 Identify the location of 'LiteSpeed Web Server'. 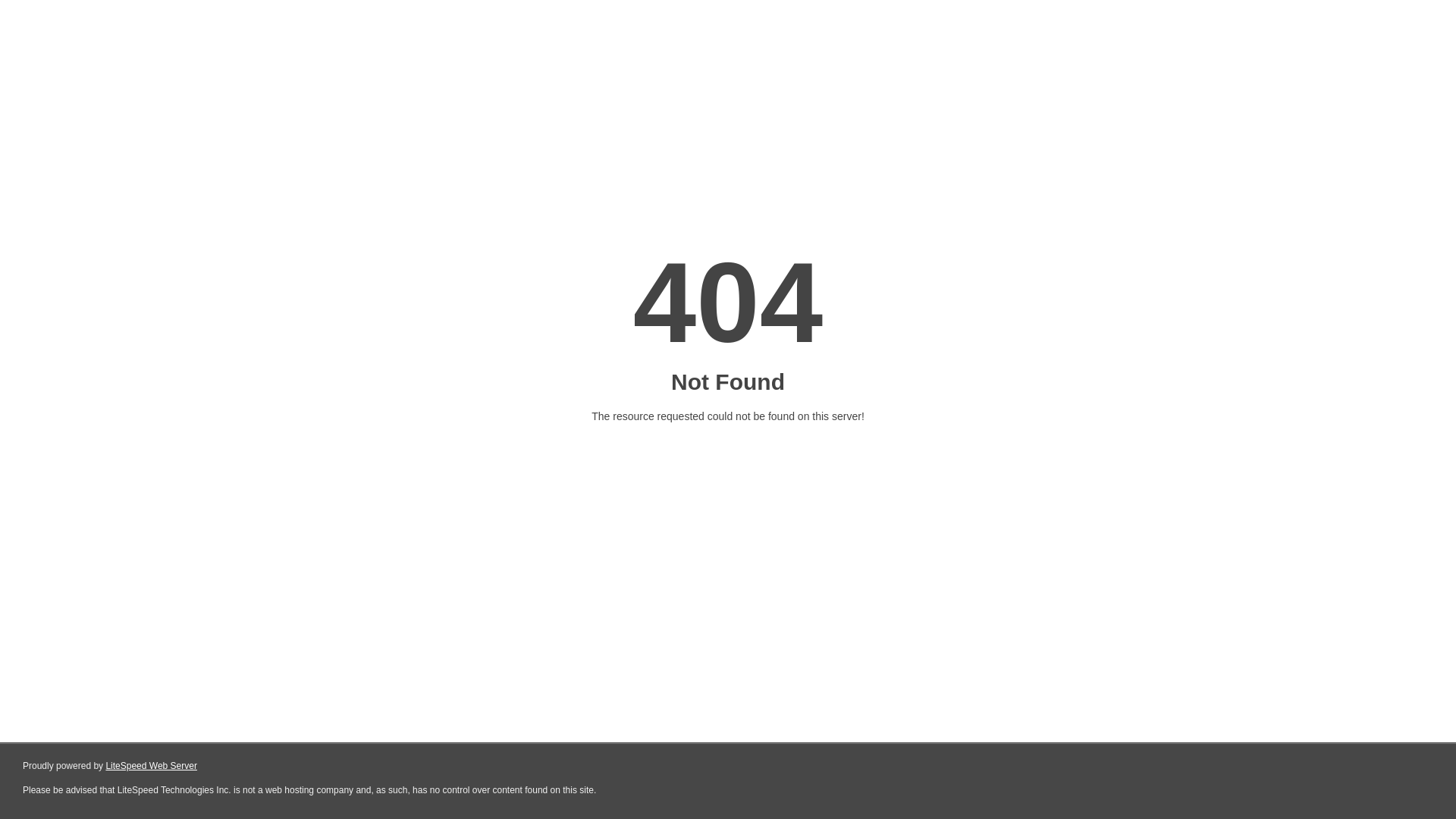
(151, 766).